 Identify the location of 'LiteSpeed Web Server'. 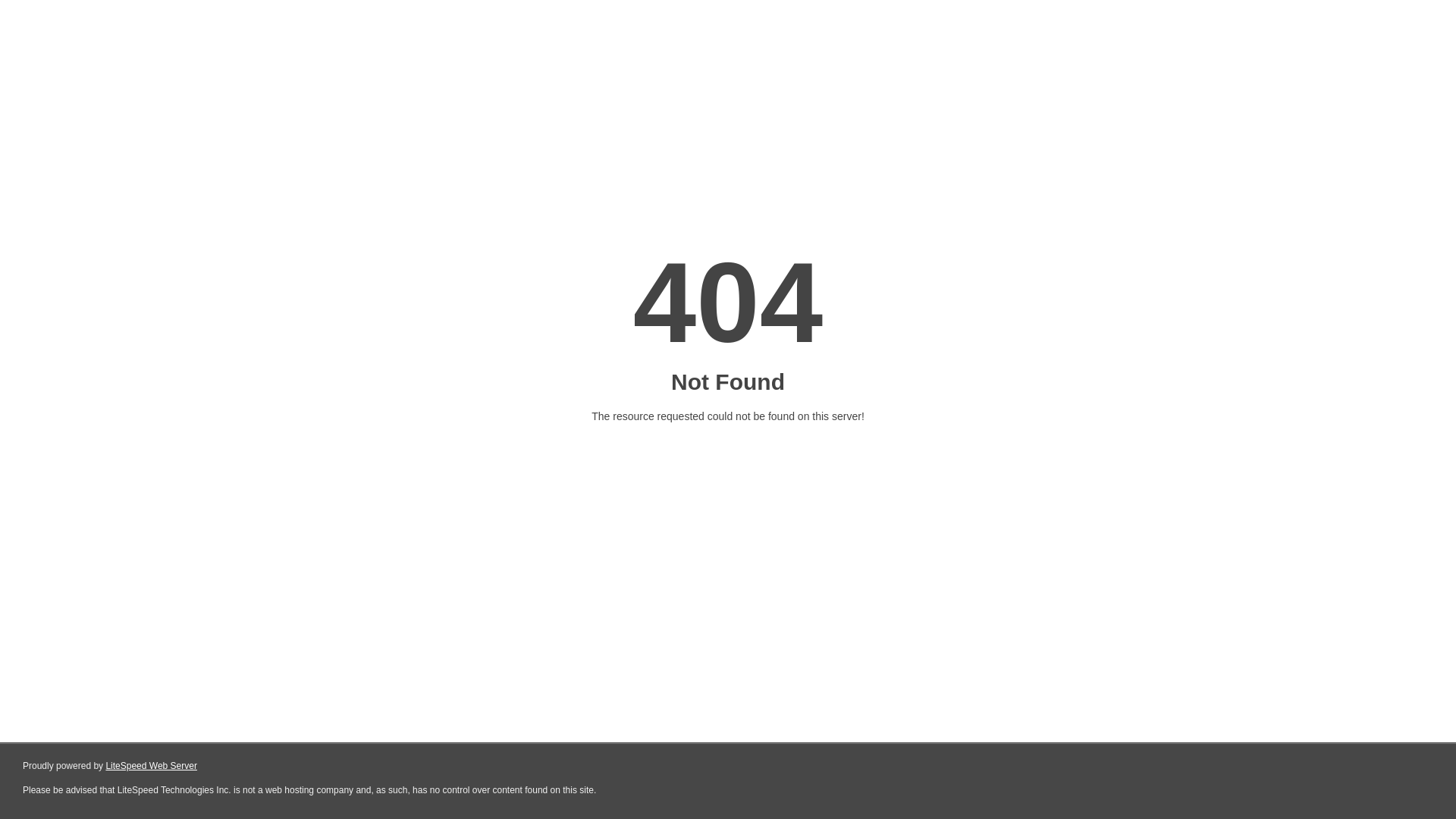
(151, 766).